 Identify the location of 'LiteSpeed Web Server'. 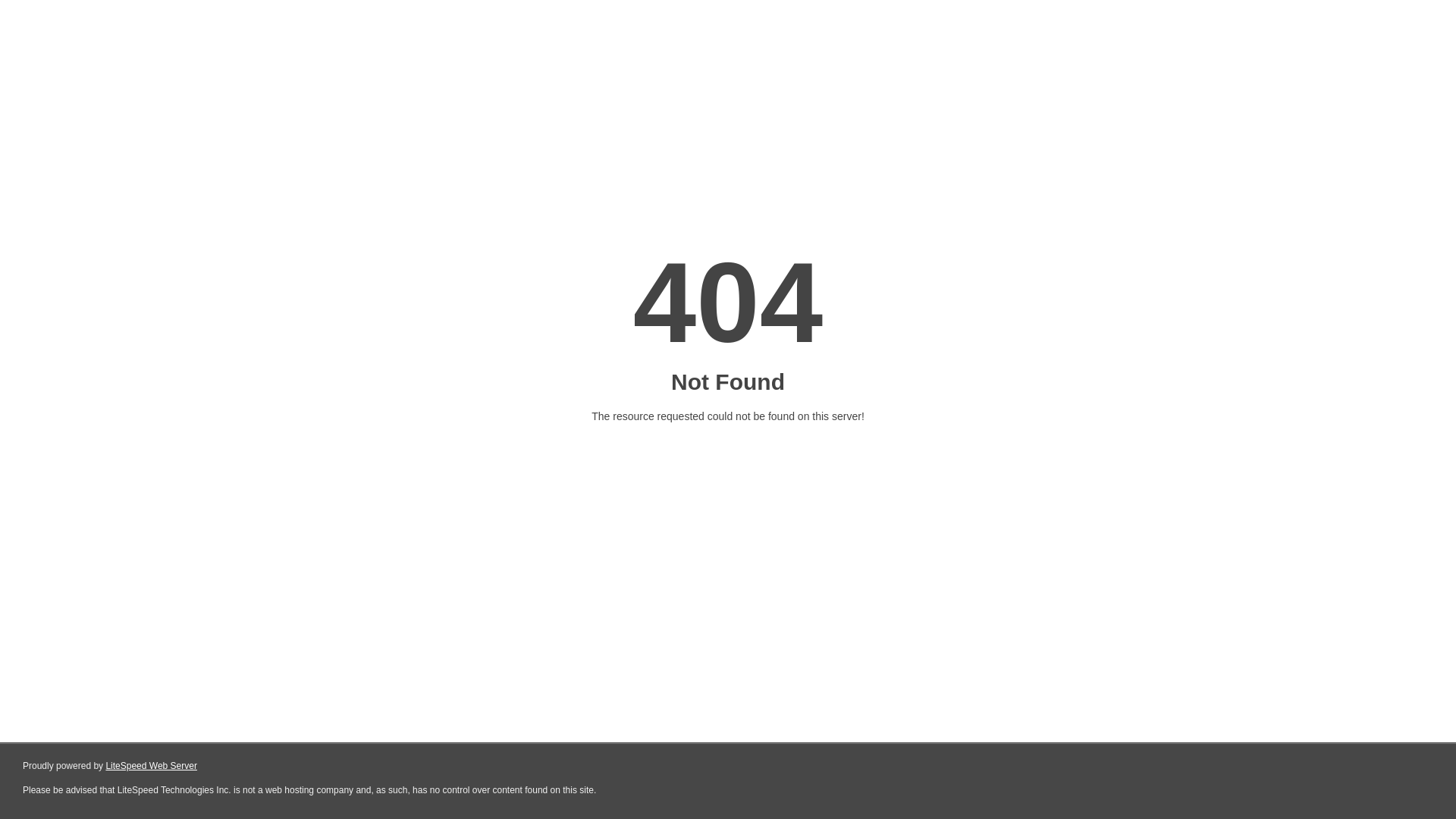
(151, 766).